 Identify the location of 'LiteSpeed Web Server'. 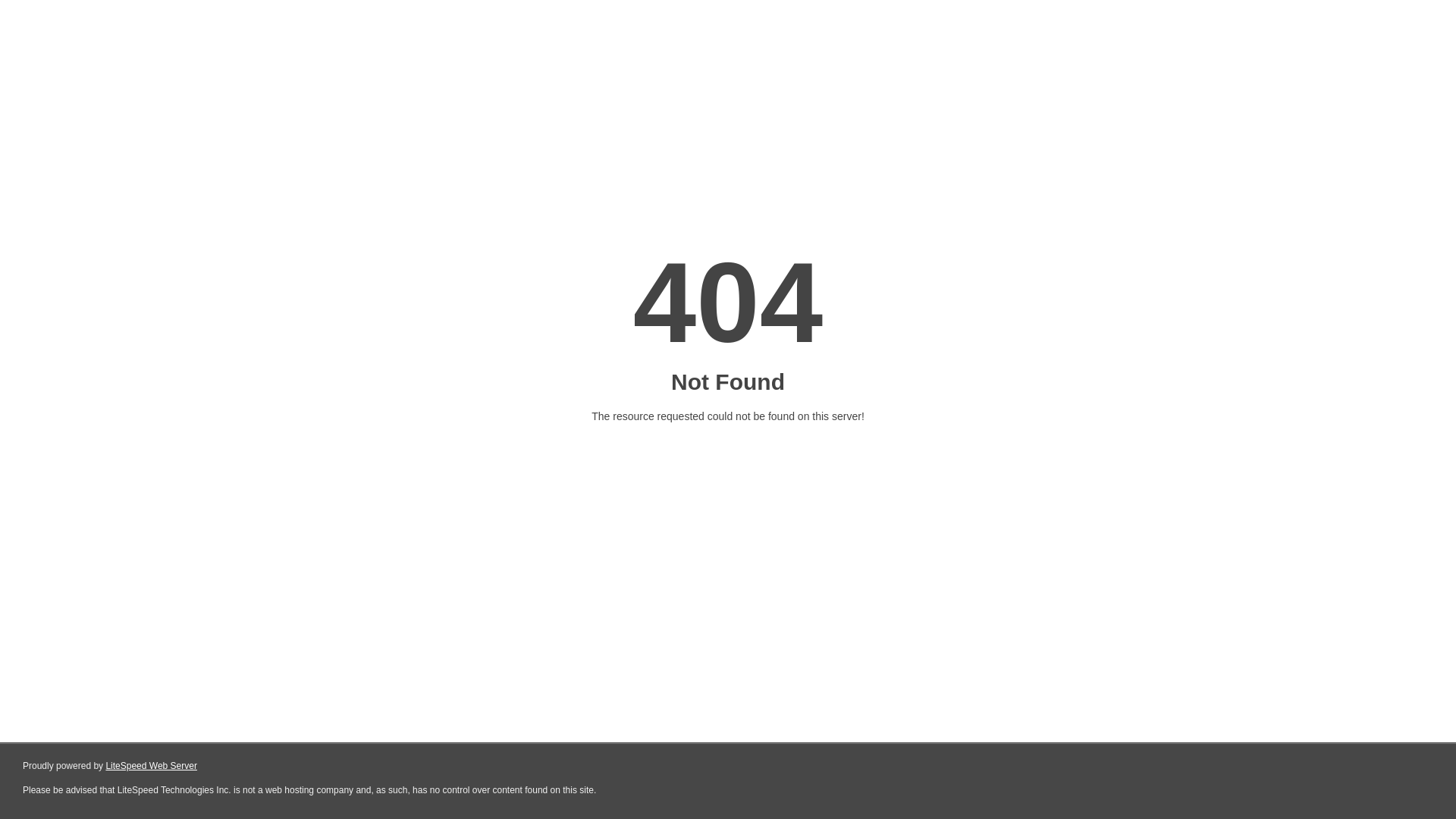
(151, 766).